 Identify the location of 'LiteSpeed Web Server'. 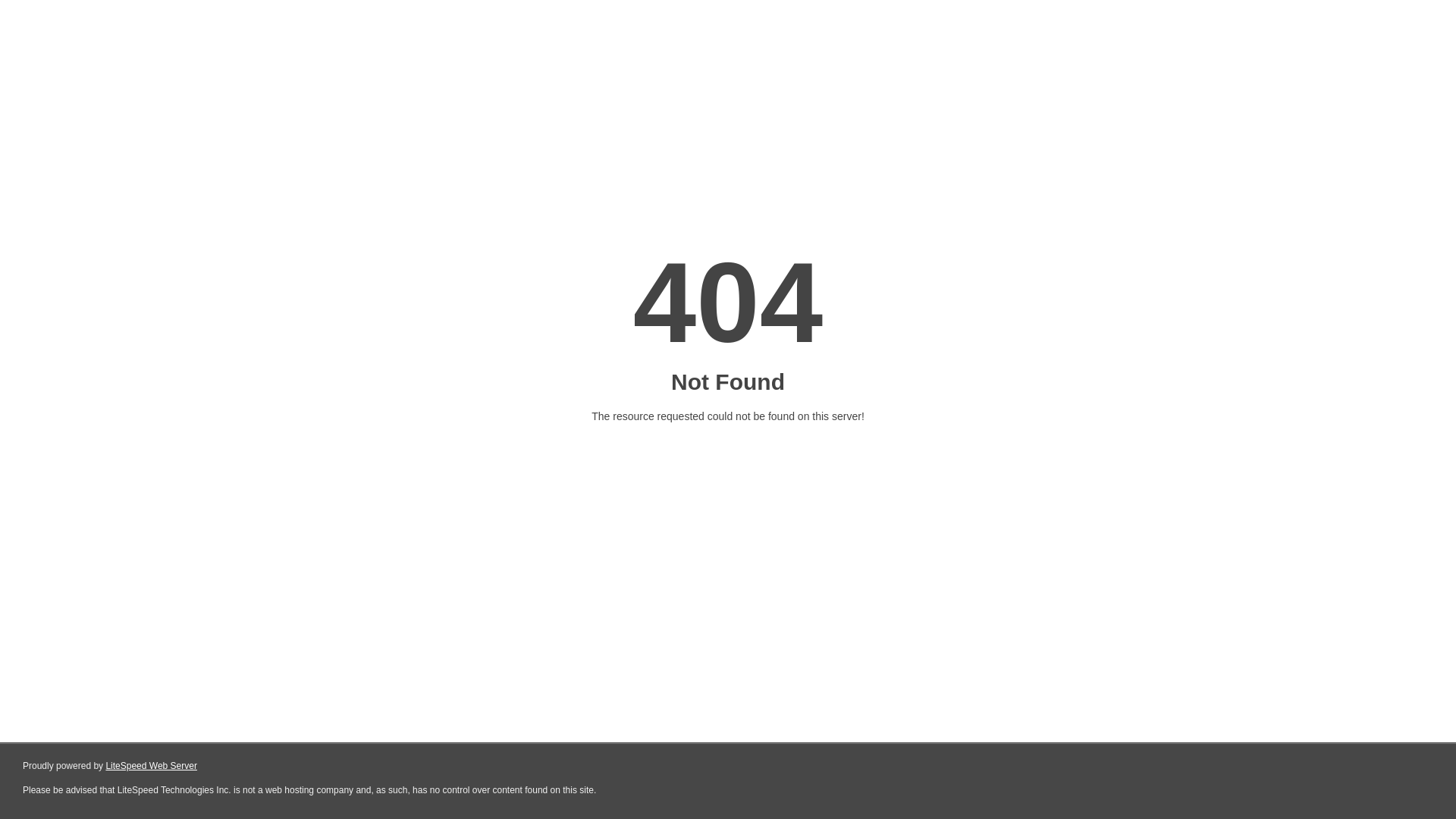
(151, 766).